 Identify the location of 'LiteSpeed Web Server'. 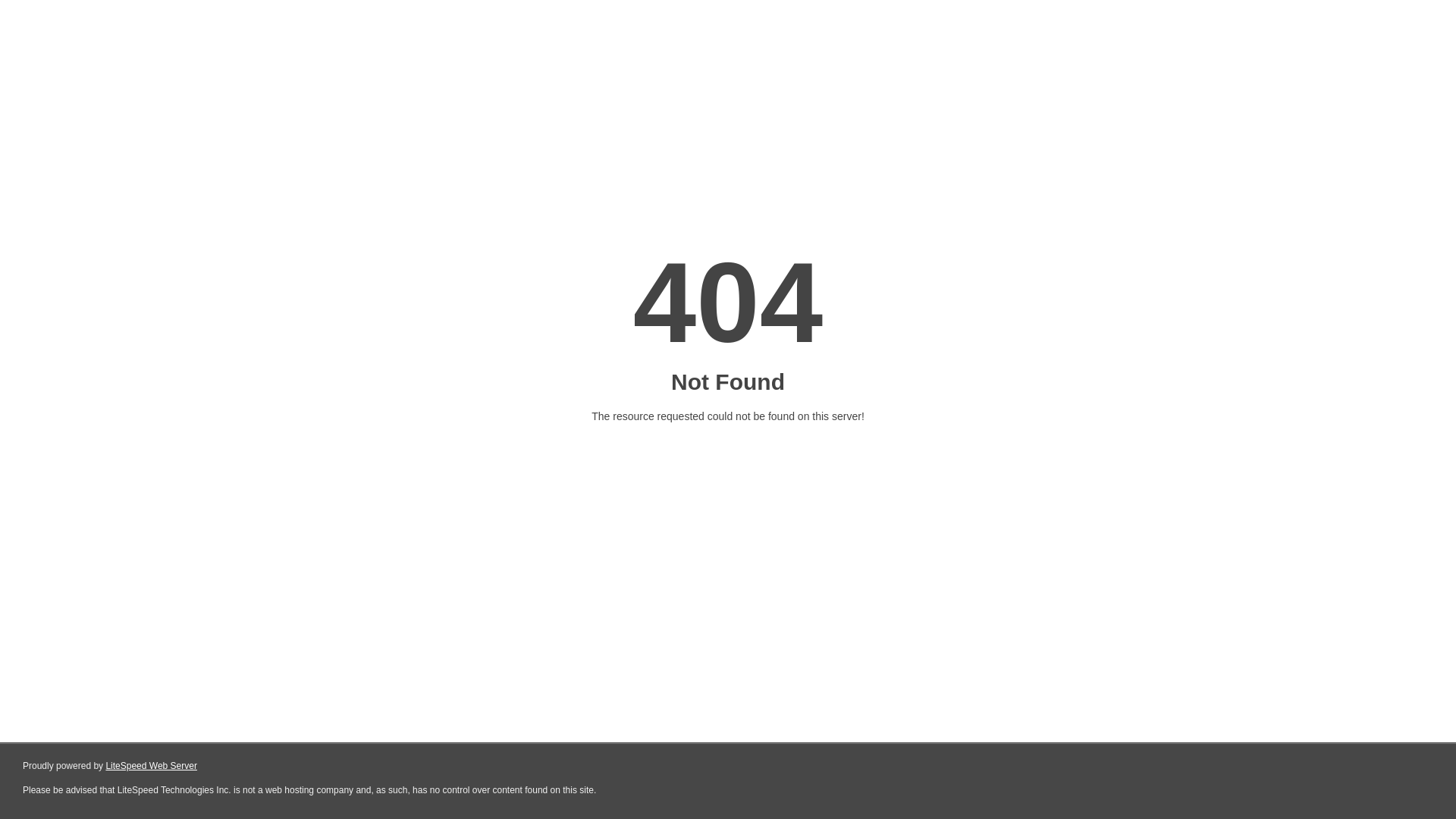
(151, 766).